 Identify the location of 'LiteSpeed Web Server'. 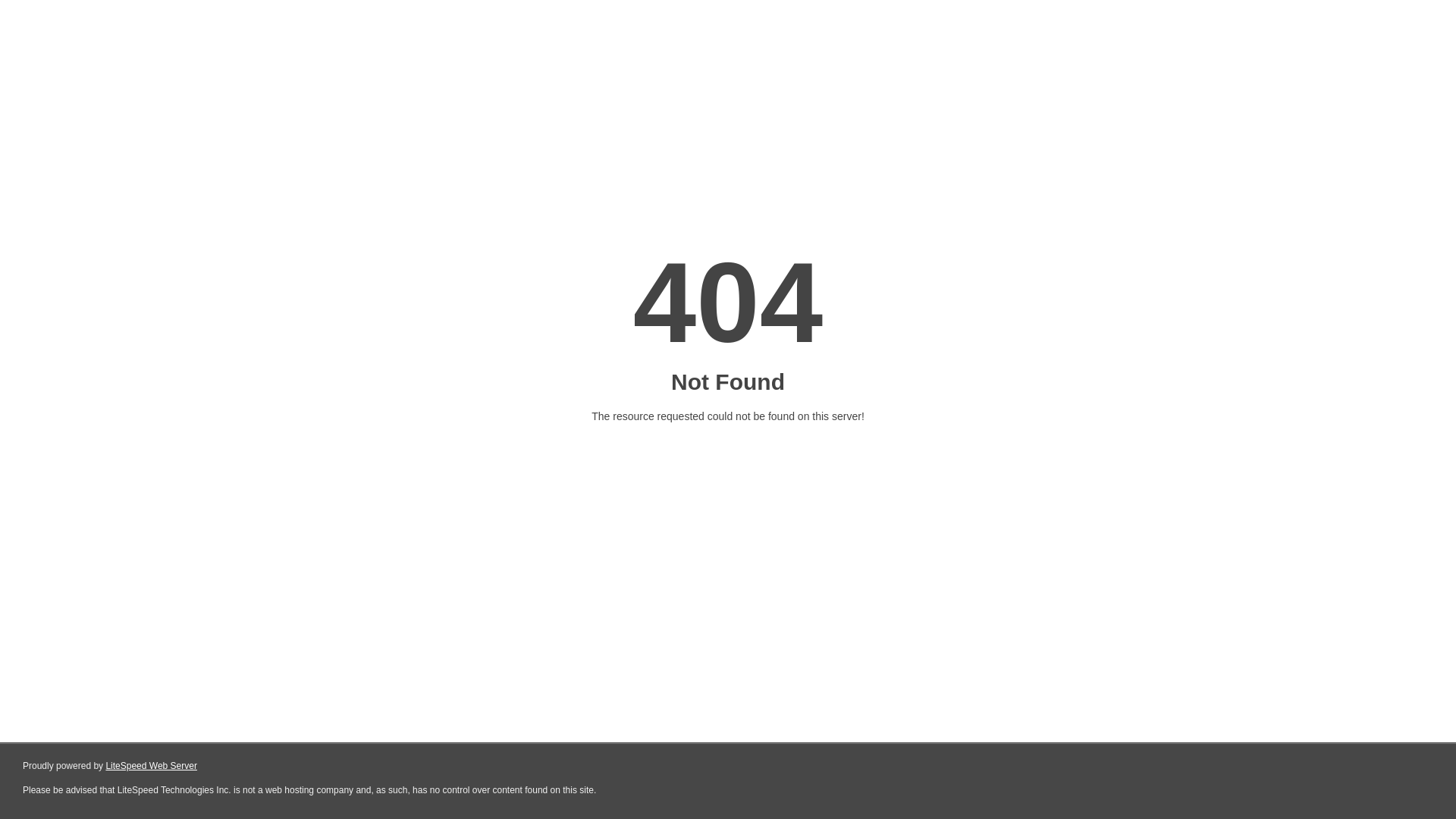
(151, 766).